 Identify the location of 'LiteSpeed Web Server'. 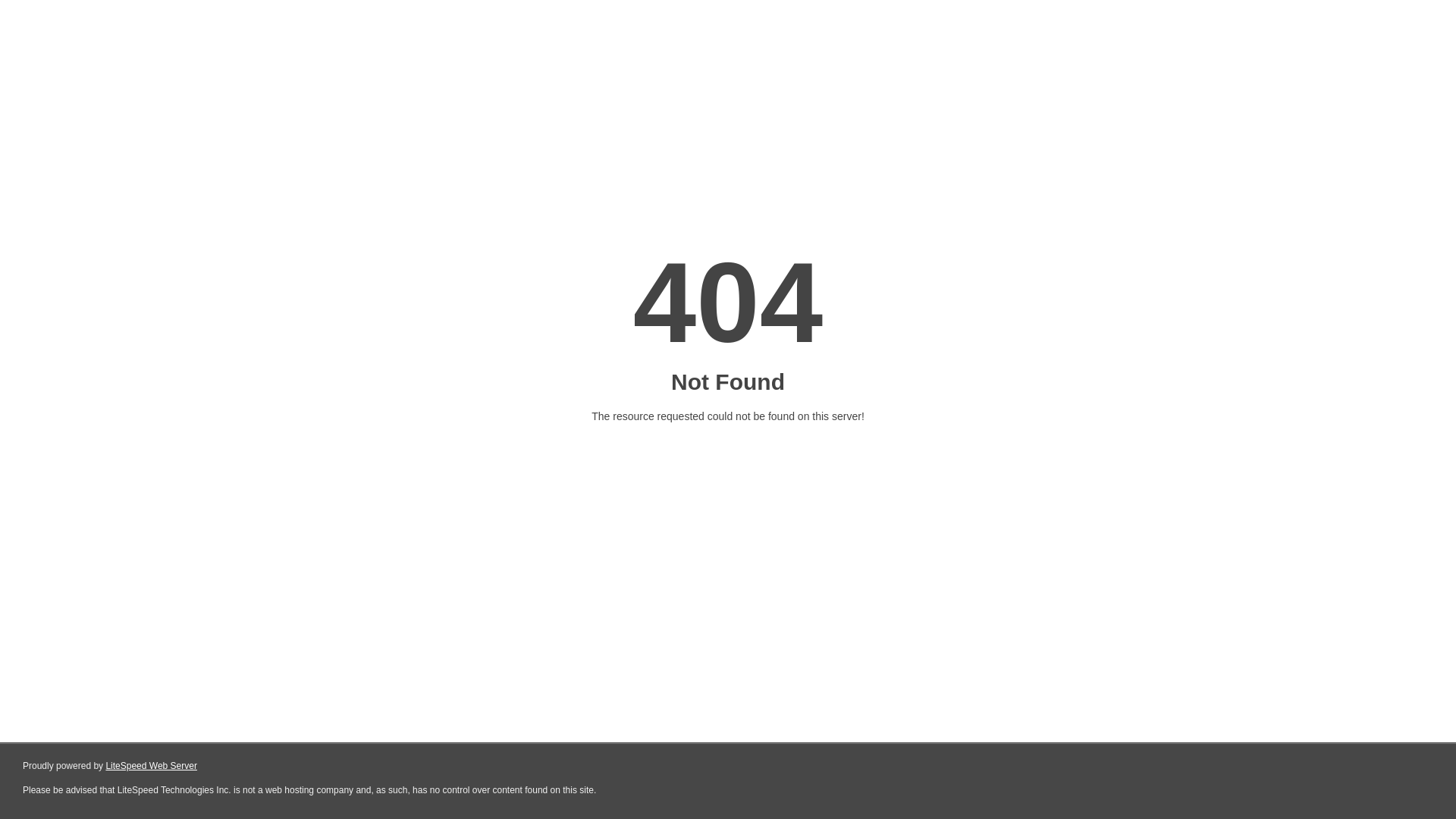
(151, 766).